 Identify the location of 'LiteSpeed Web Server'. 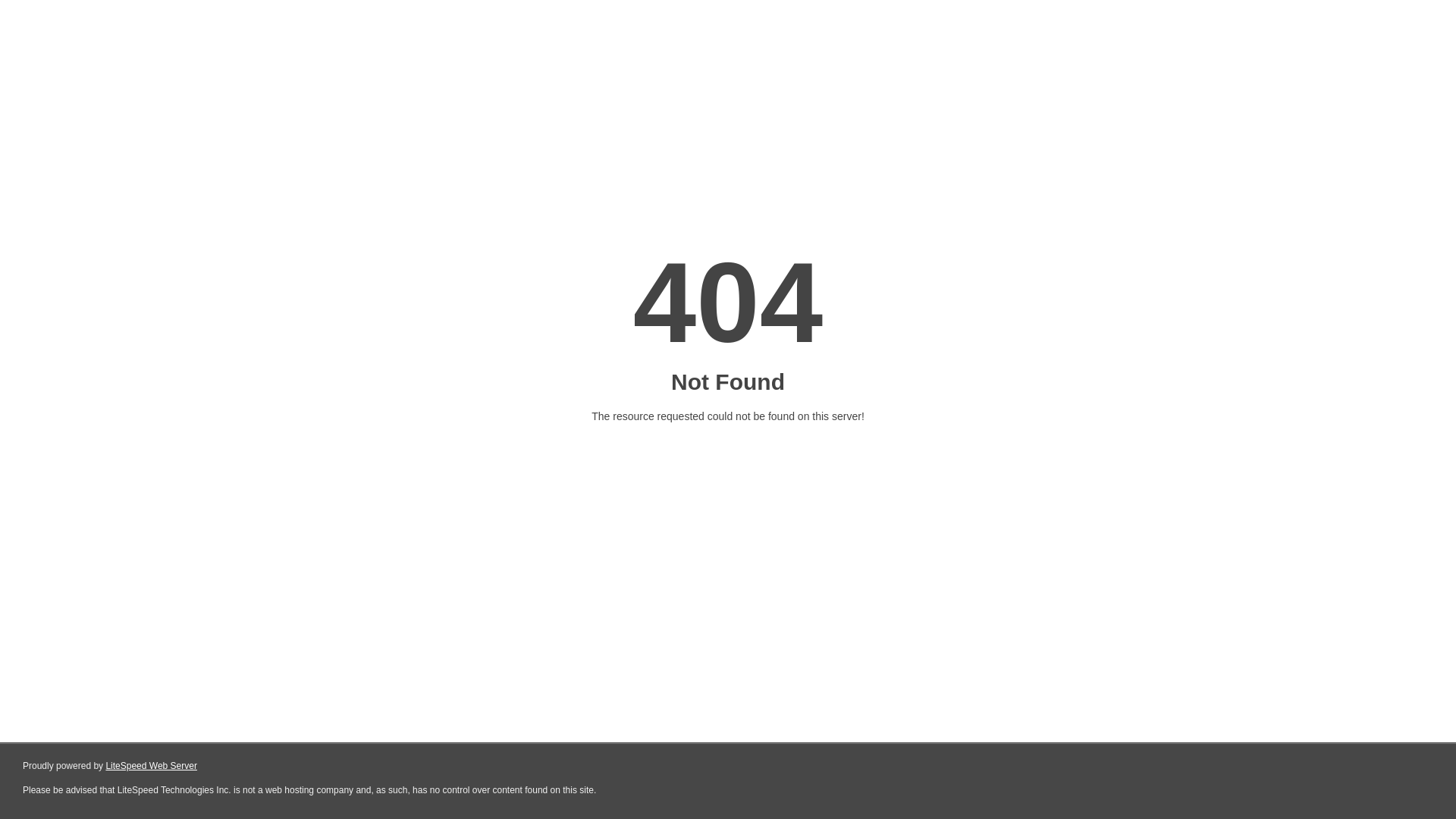
(151, 766).